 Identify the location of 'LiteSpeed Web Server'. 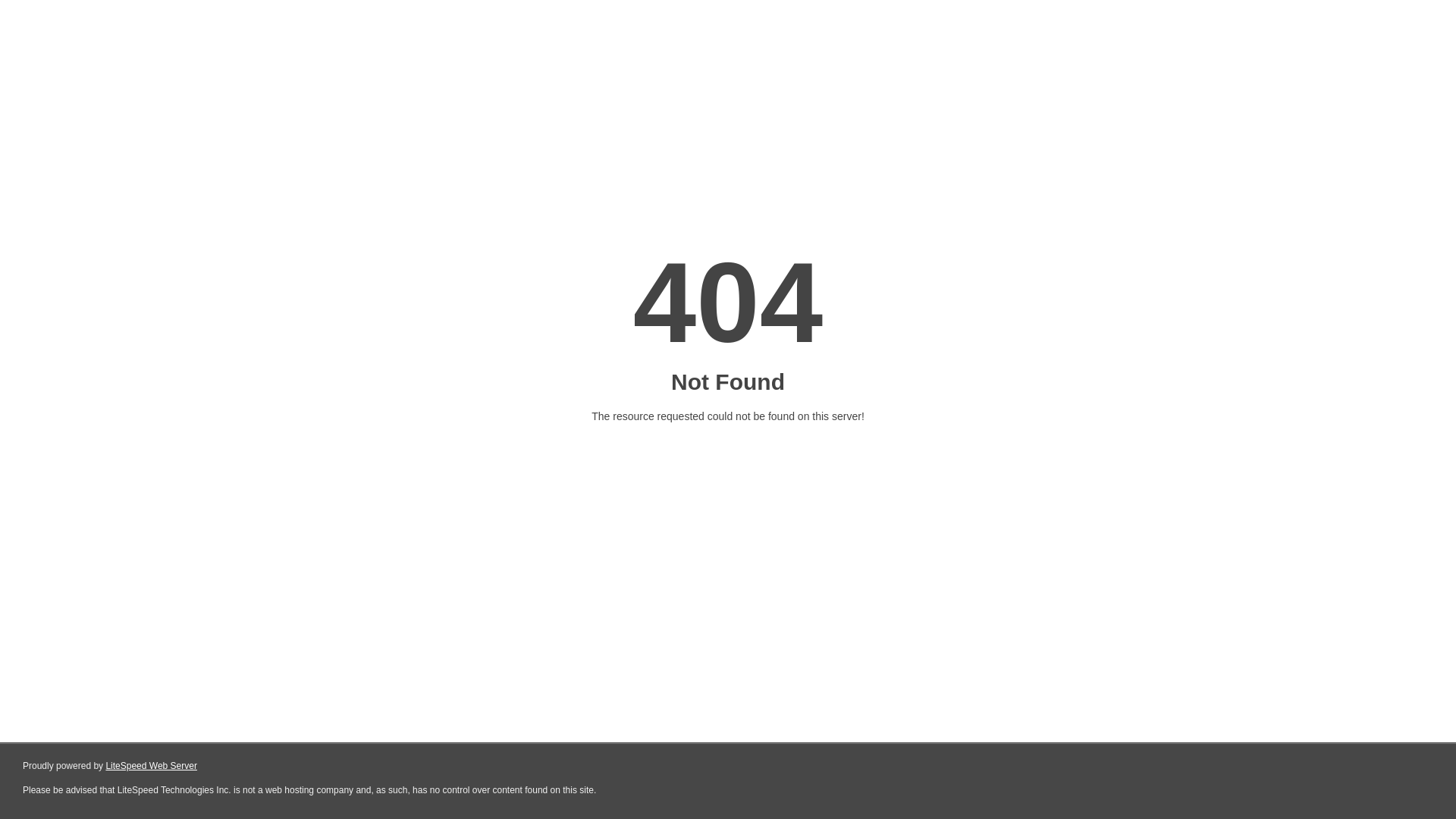
(151, 766).